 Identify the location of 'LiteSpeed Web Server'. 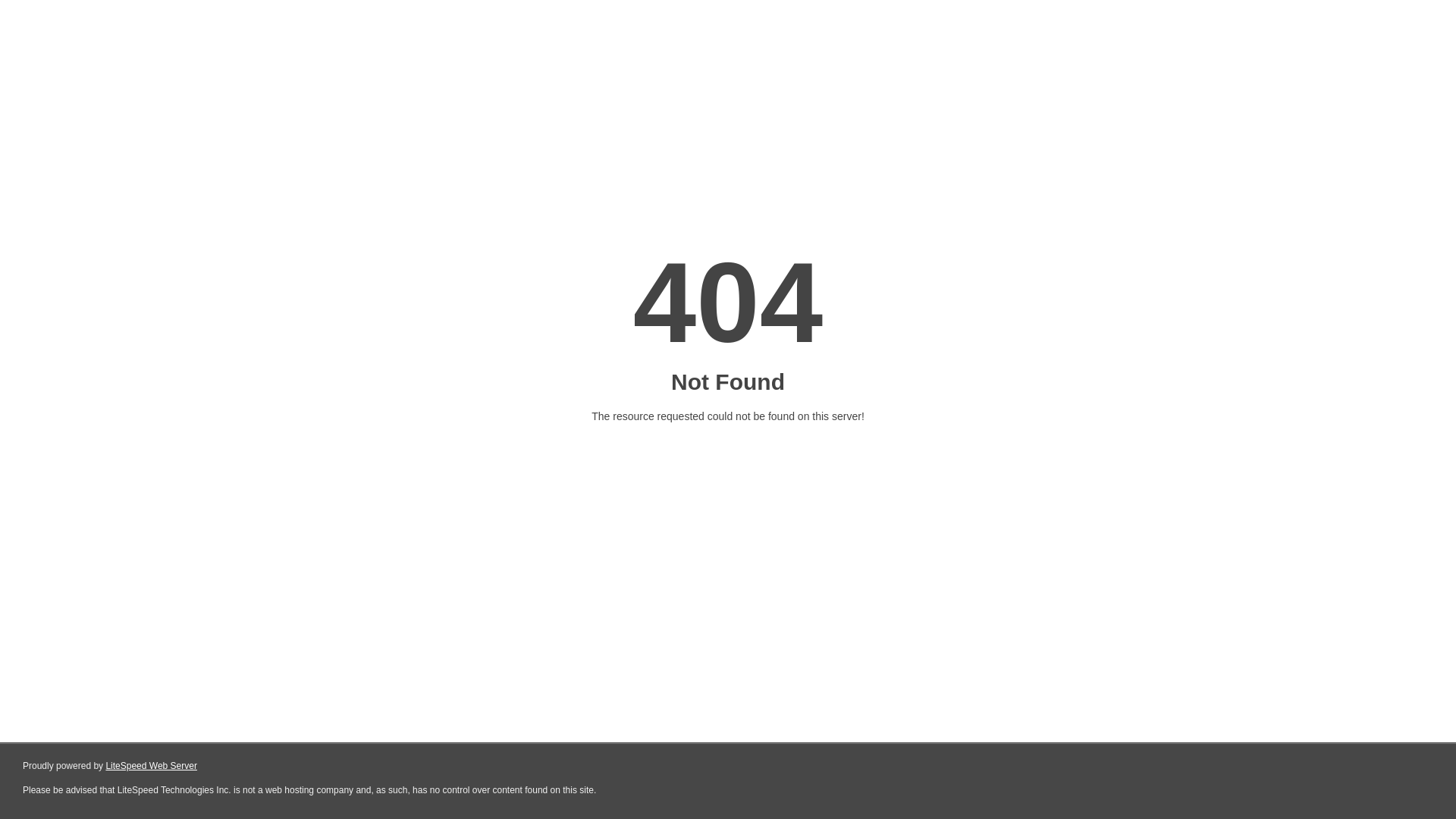
(151, 766).